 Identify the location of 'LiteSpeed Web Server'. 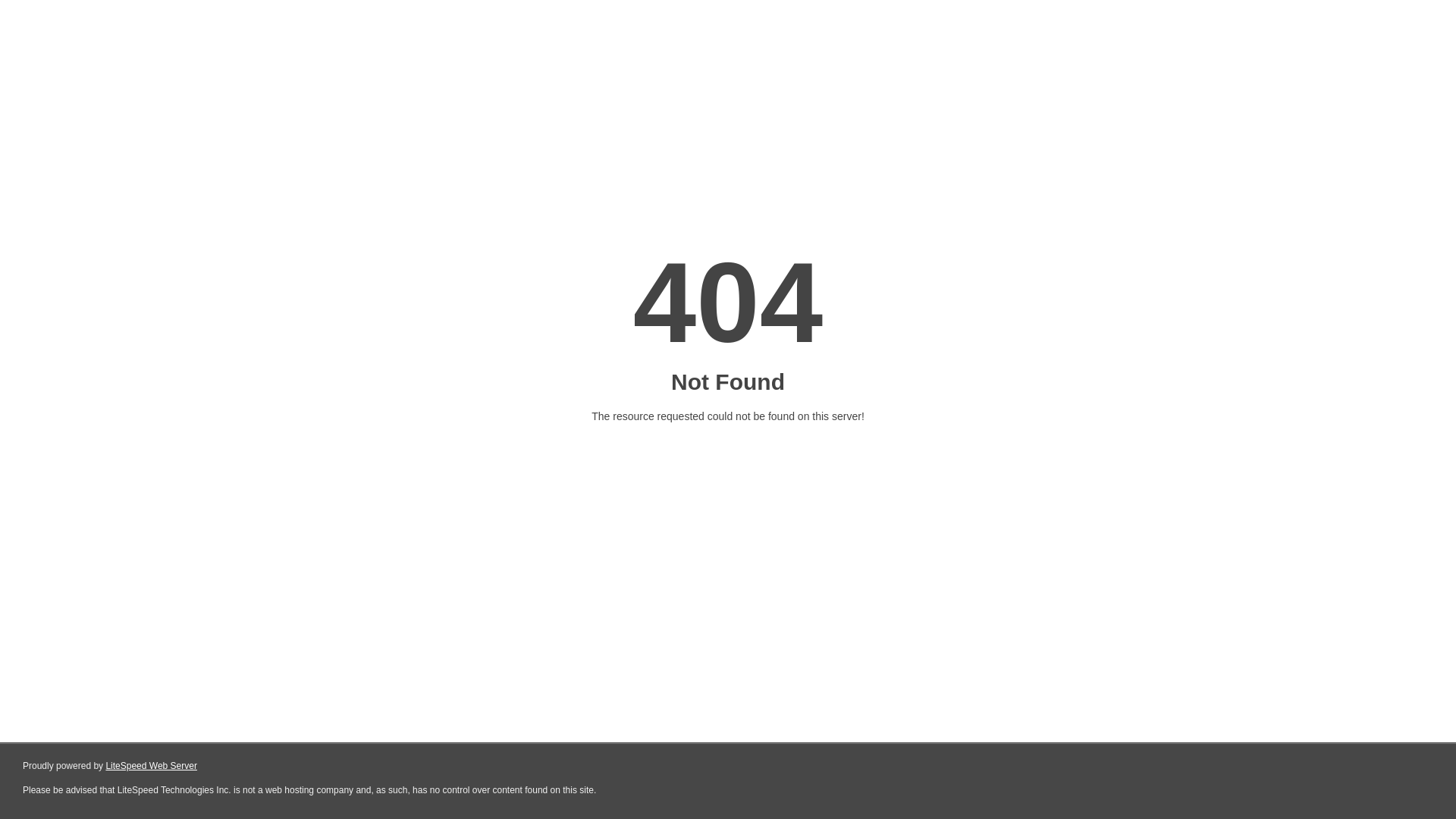
(151, 766).